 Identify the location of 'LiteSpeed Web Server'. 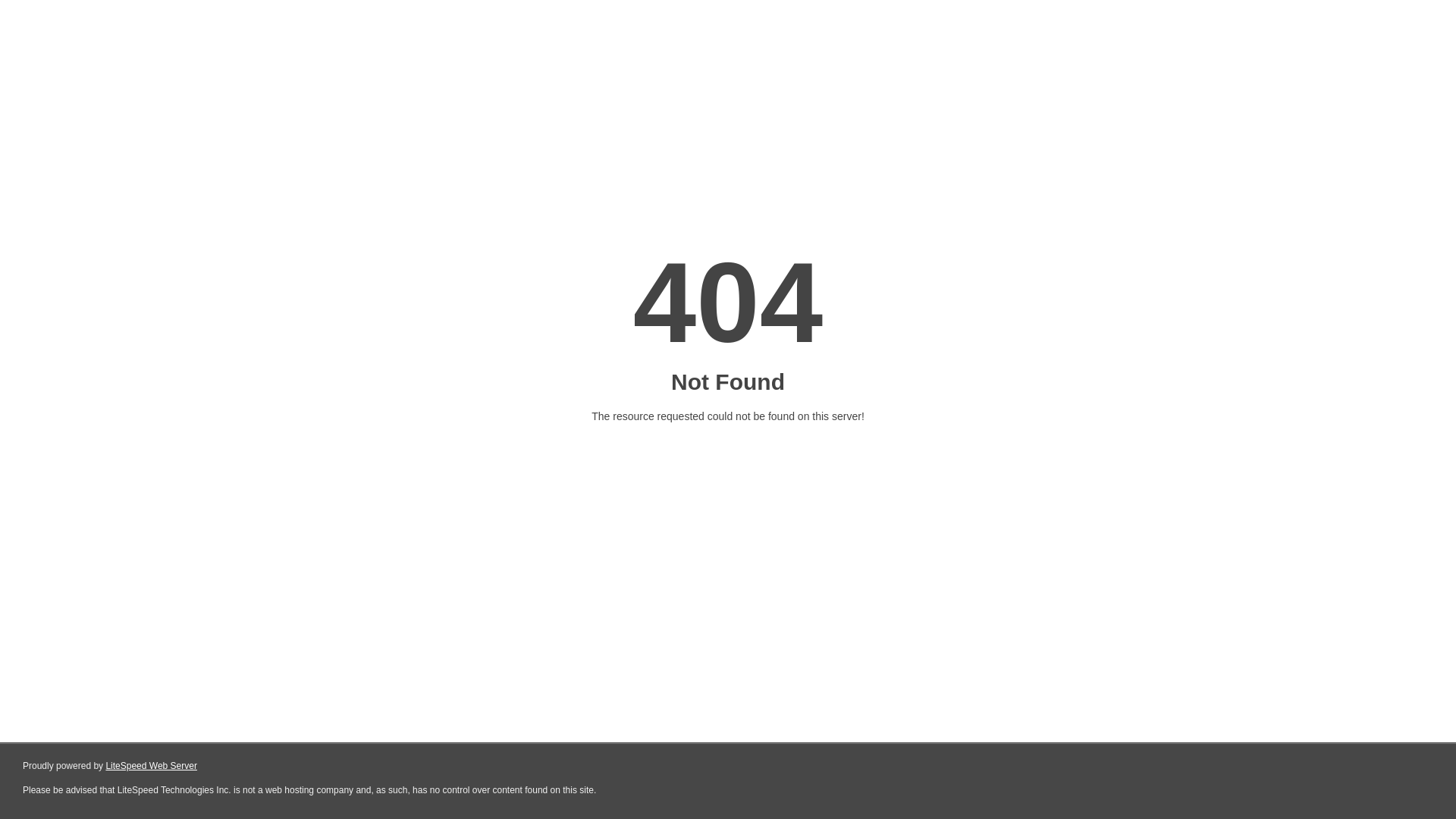
(151, 766).